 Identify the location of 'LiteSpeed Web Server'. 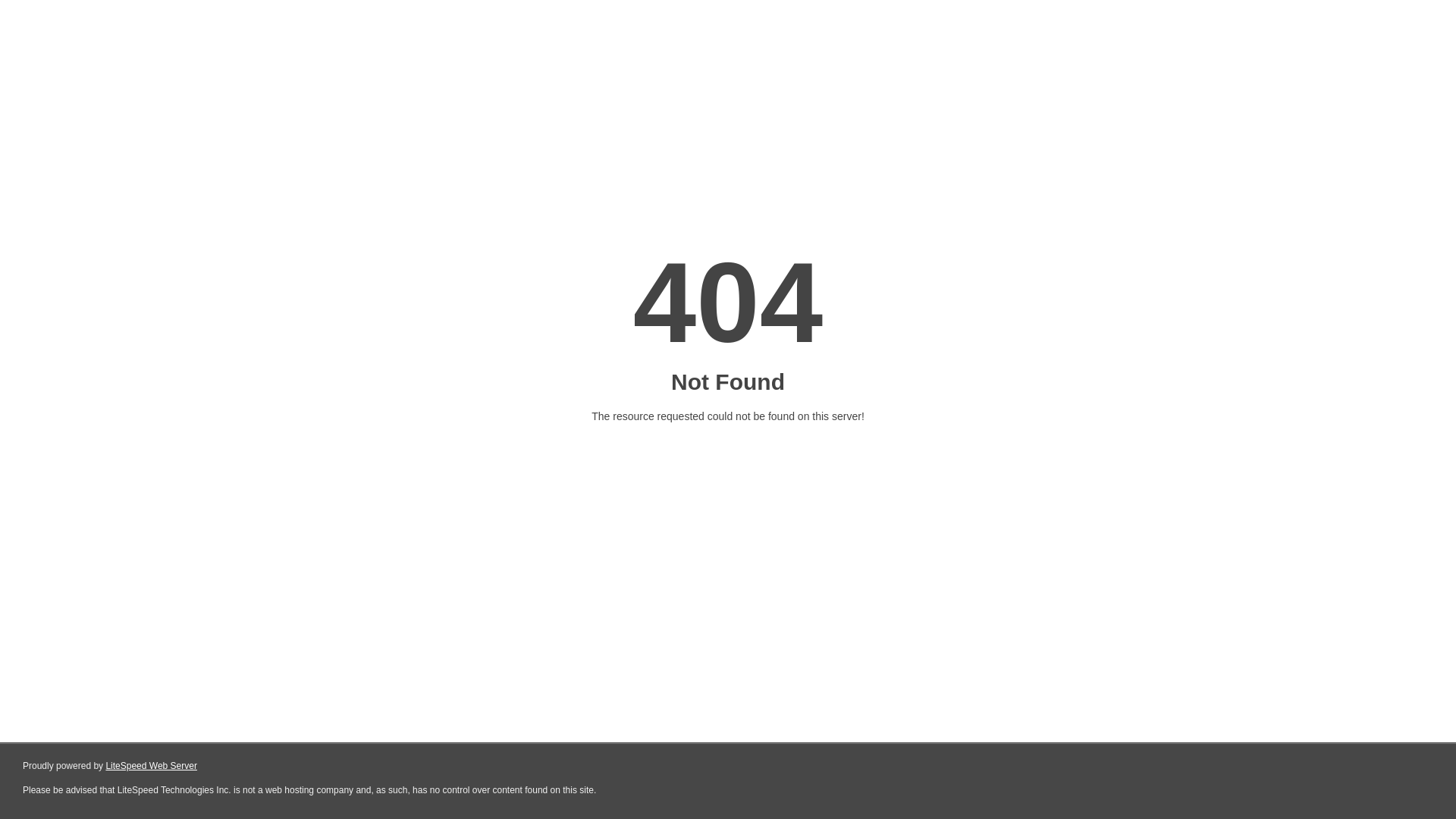
(151, 766).